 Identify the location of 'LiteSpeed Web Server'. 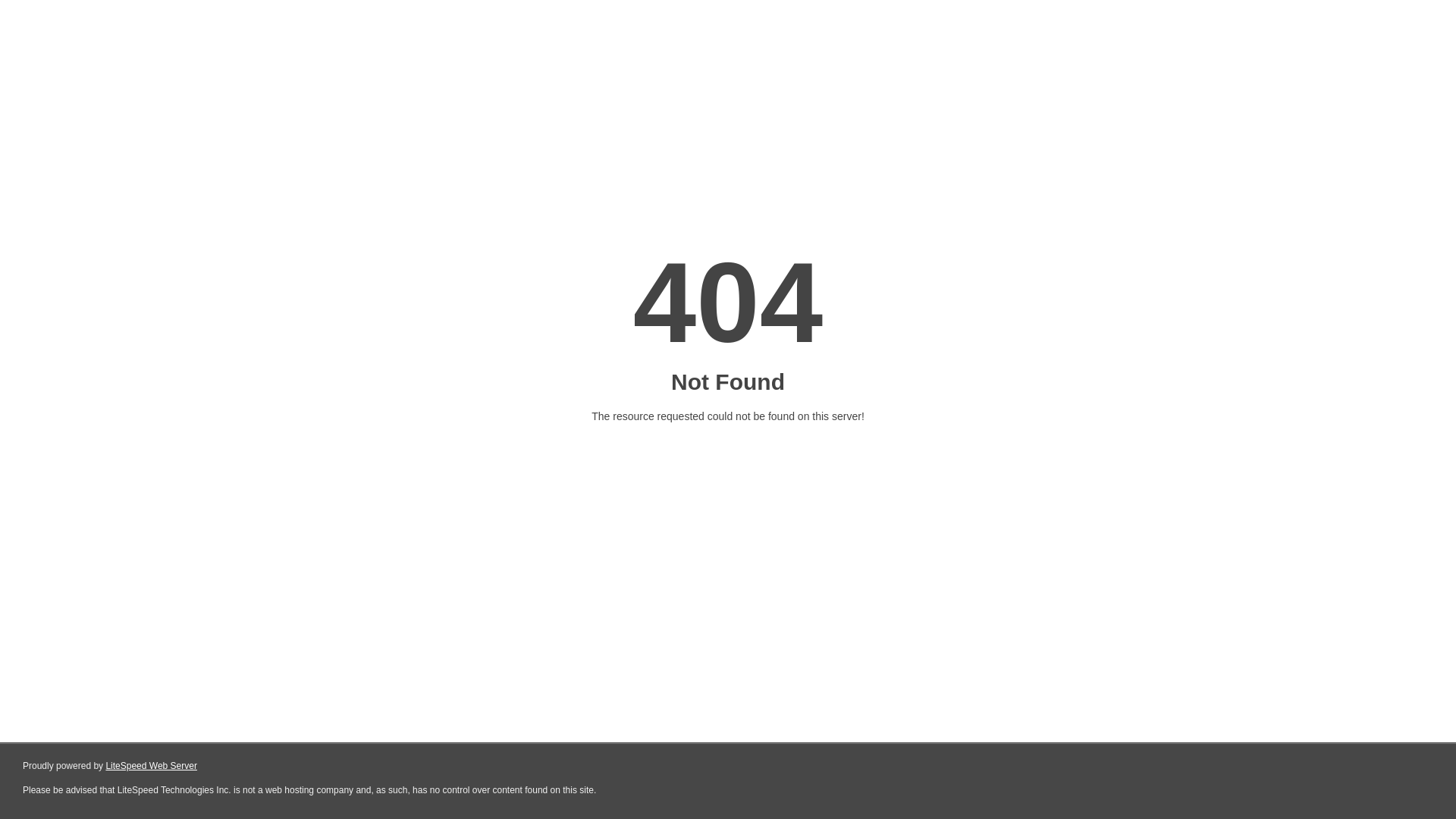
(151, 766).